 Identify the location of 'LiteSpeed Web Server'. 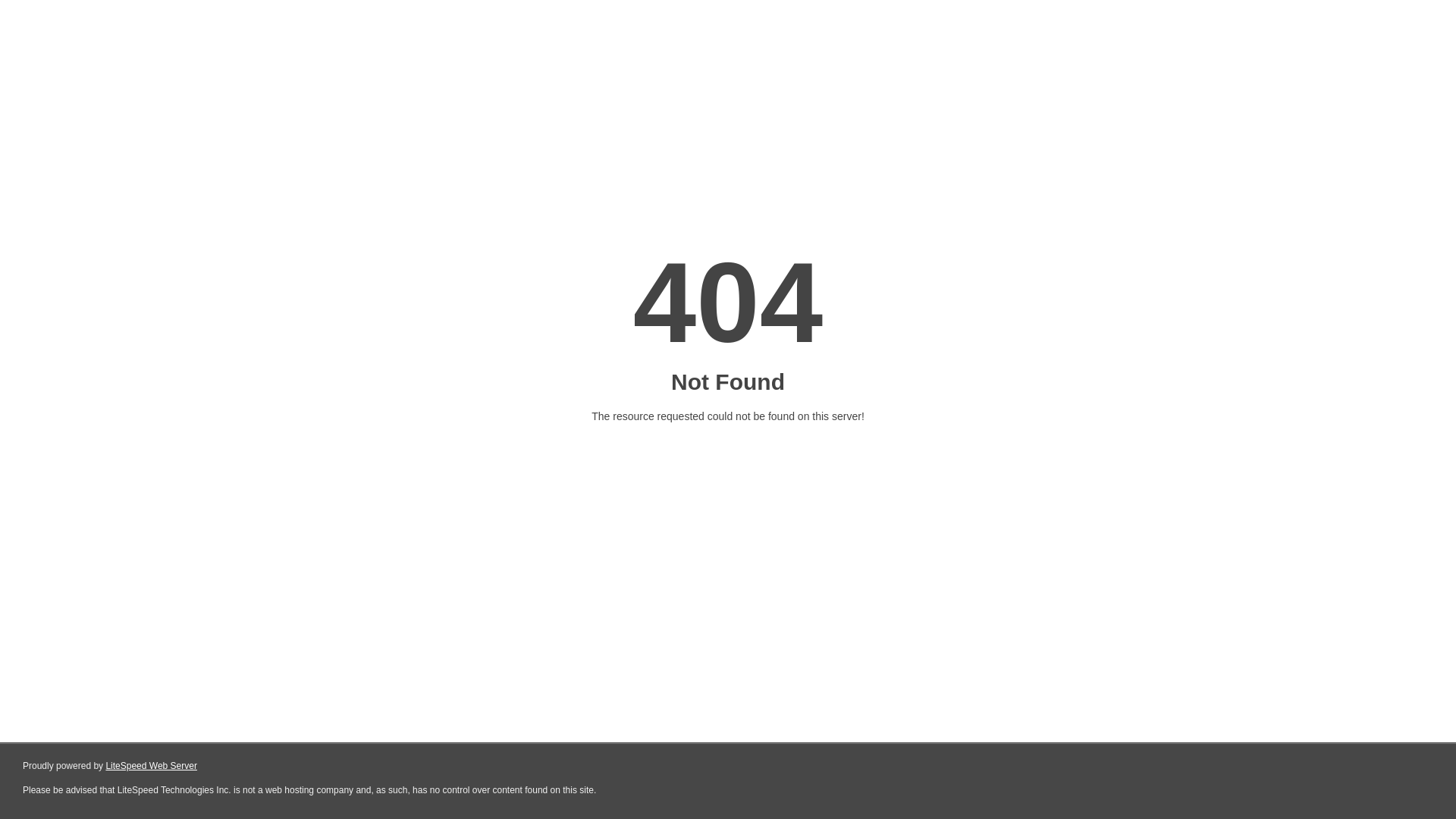
(151, 766).